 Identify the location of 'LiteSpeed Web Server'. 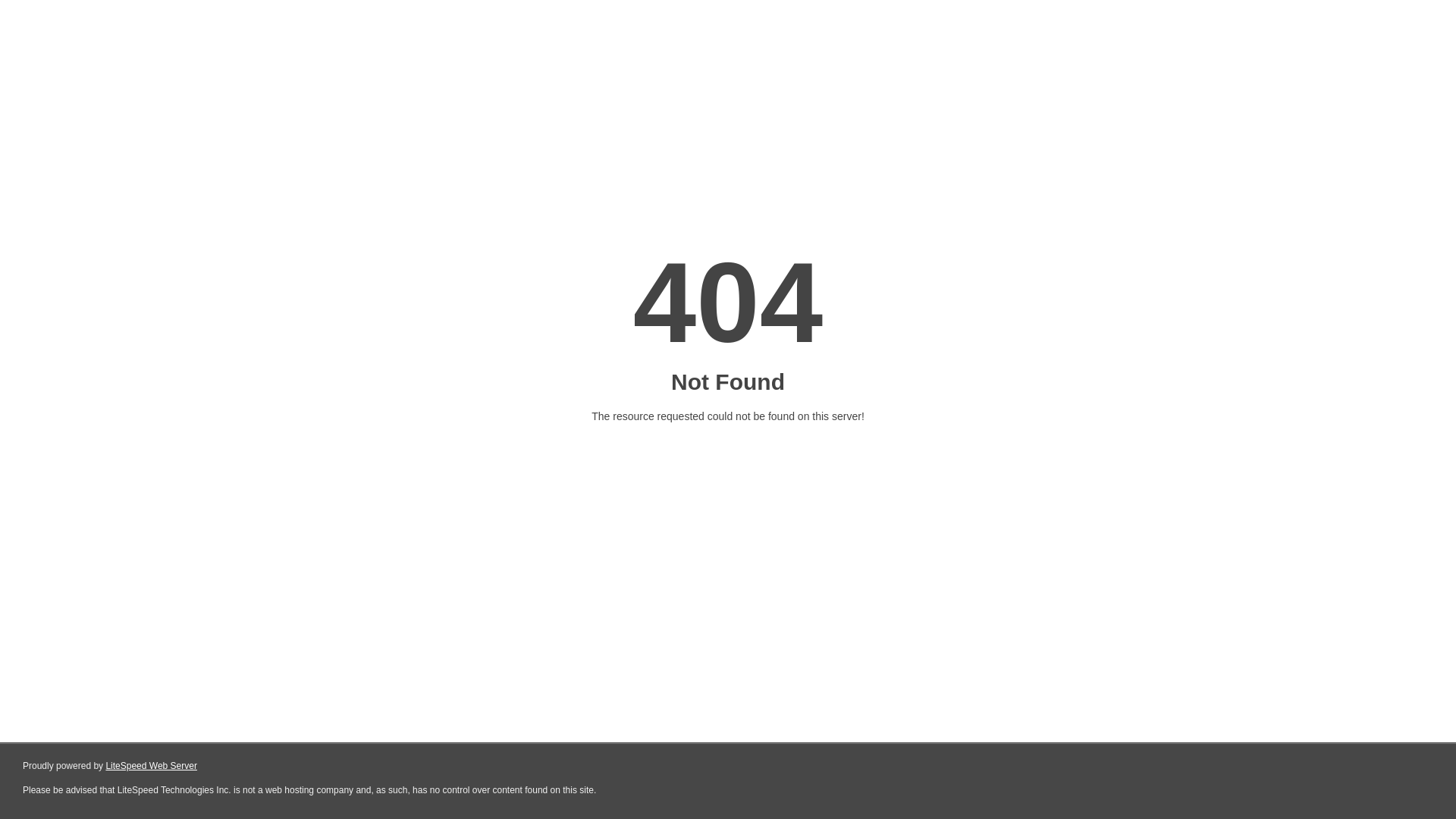
(151, 766).